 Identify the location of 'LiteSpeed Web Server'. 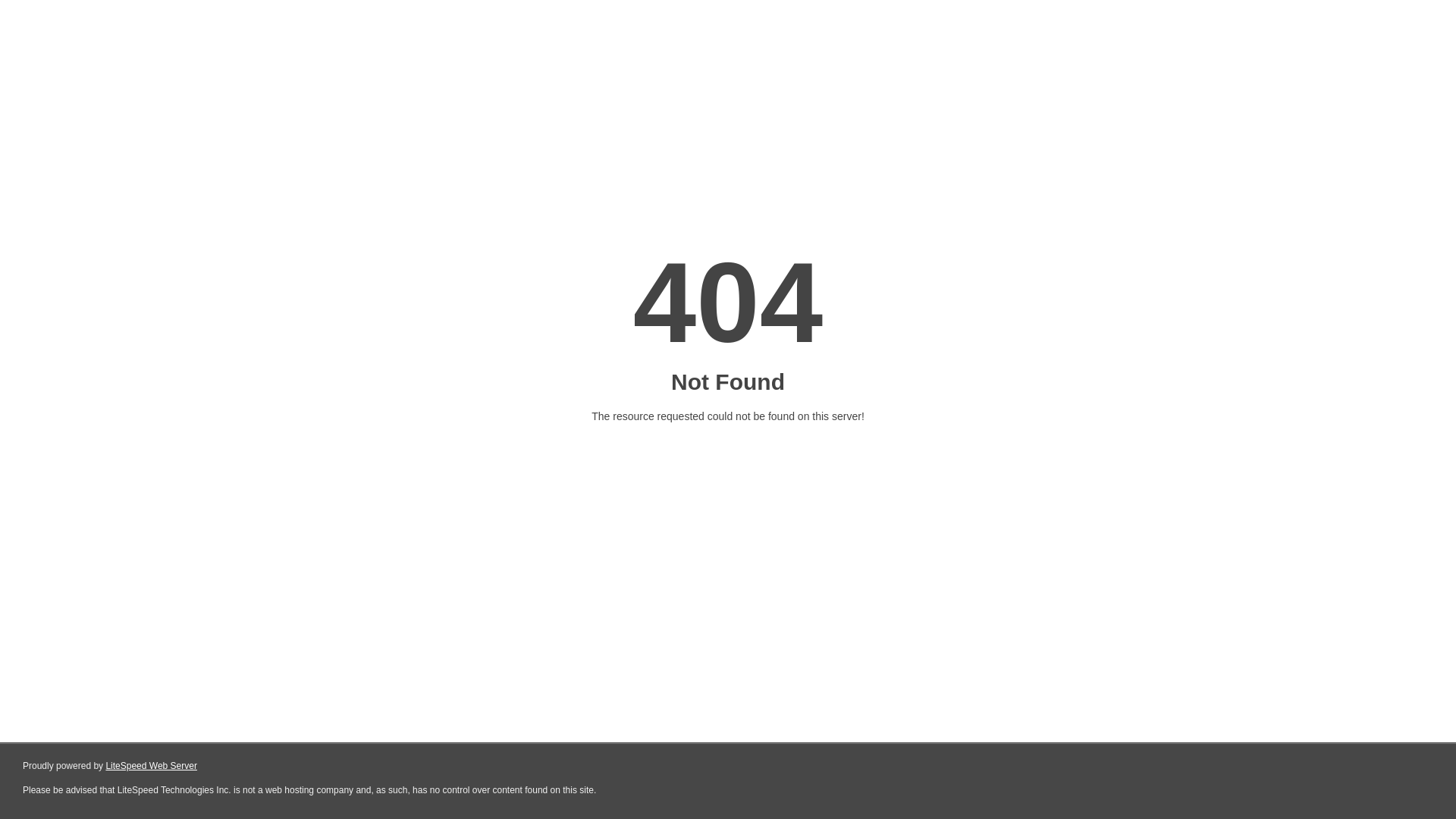
(151, 766).